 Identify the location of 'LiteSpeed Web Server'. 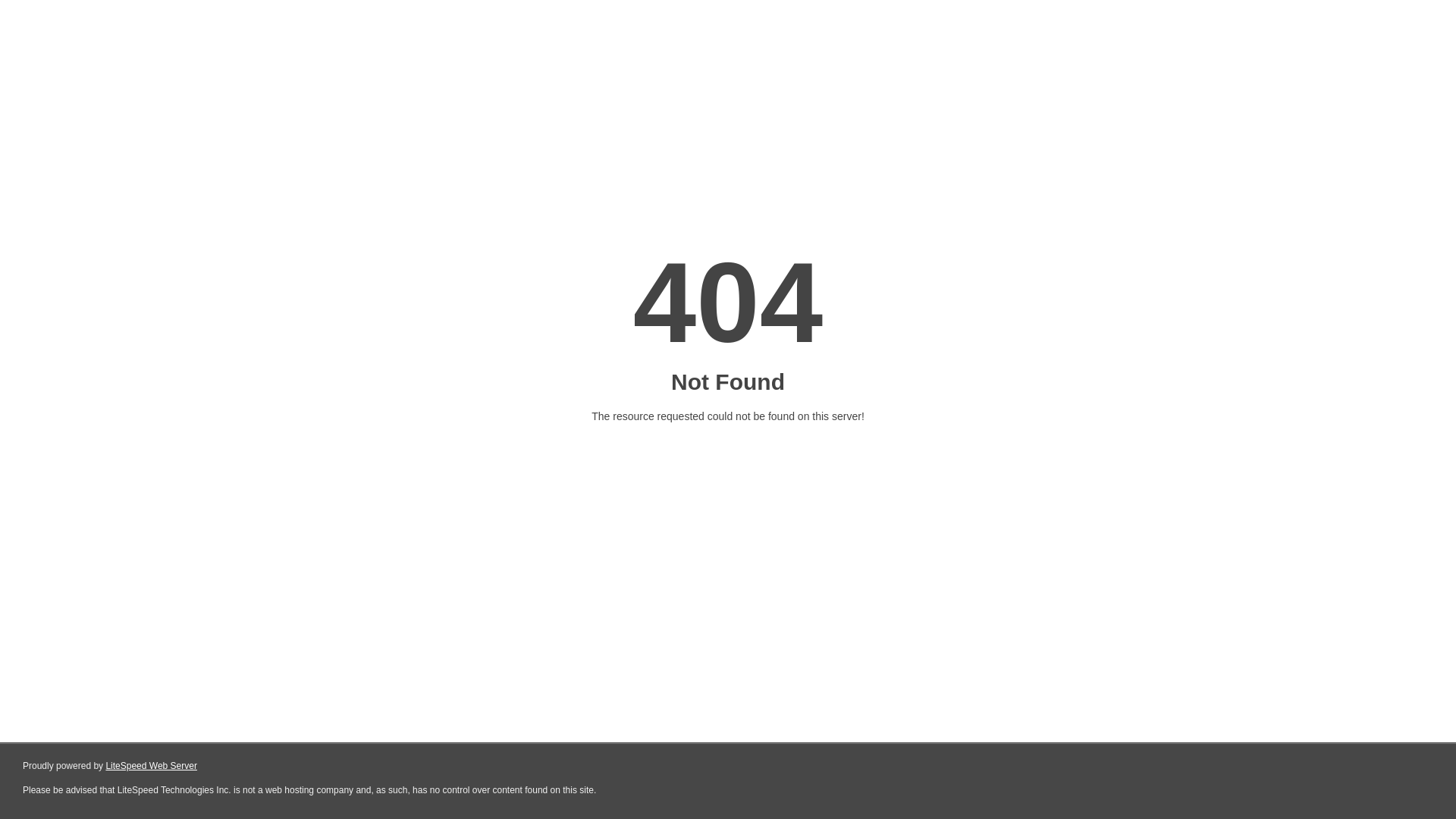
(151, 766).